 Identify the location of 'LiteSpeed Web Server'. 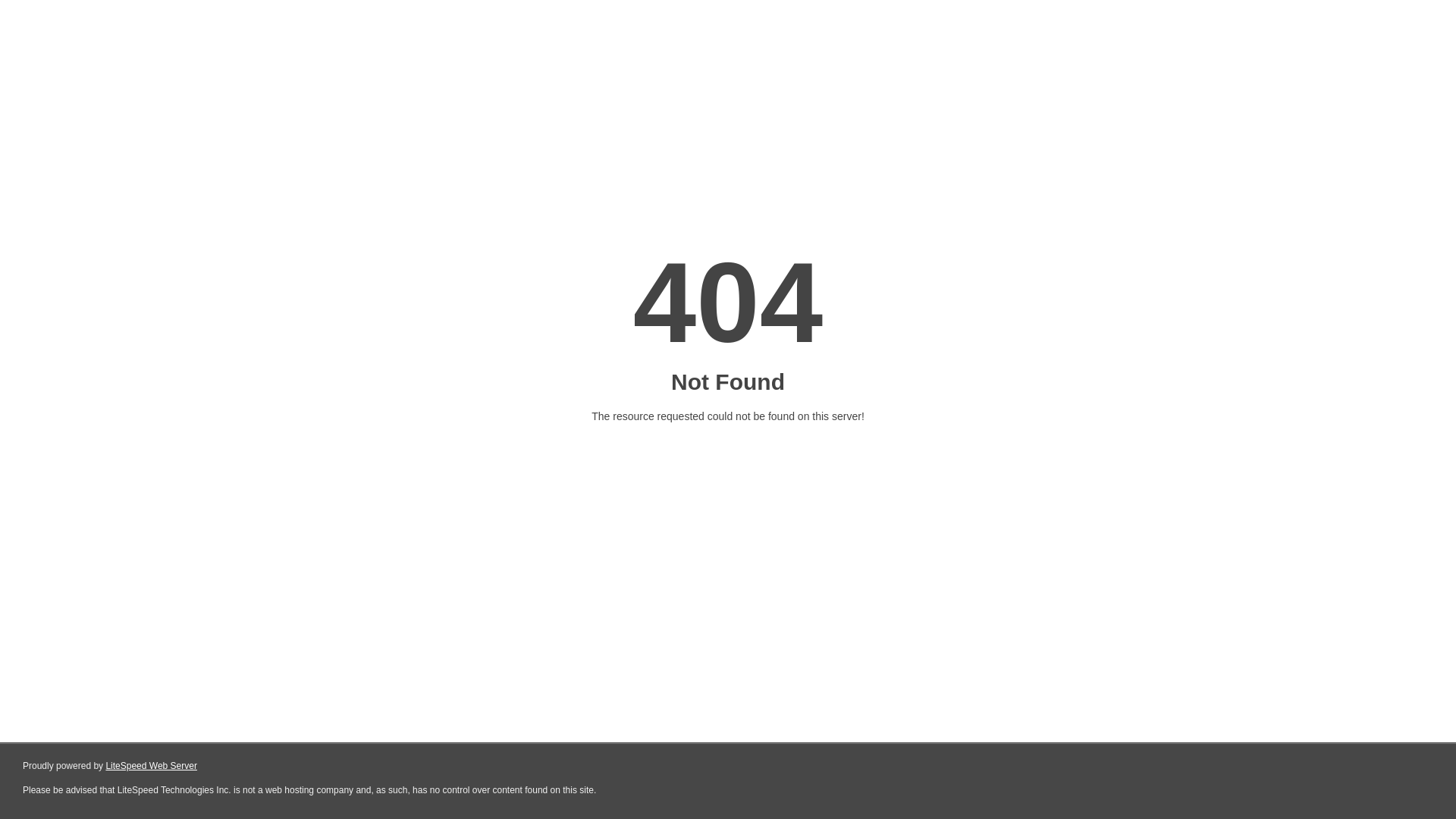
(151, 766).